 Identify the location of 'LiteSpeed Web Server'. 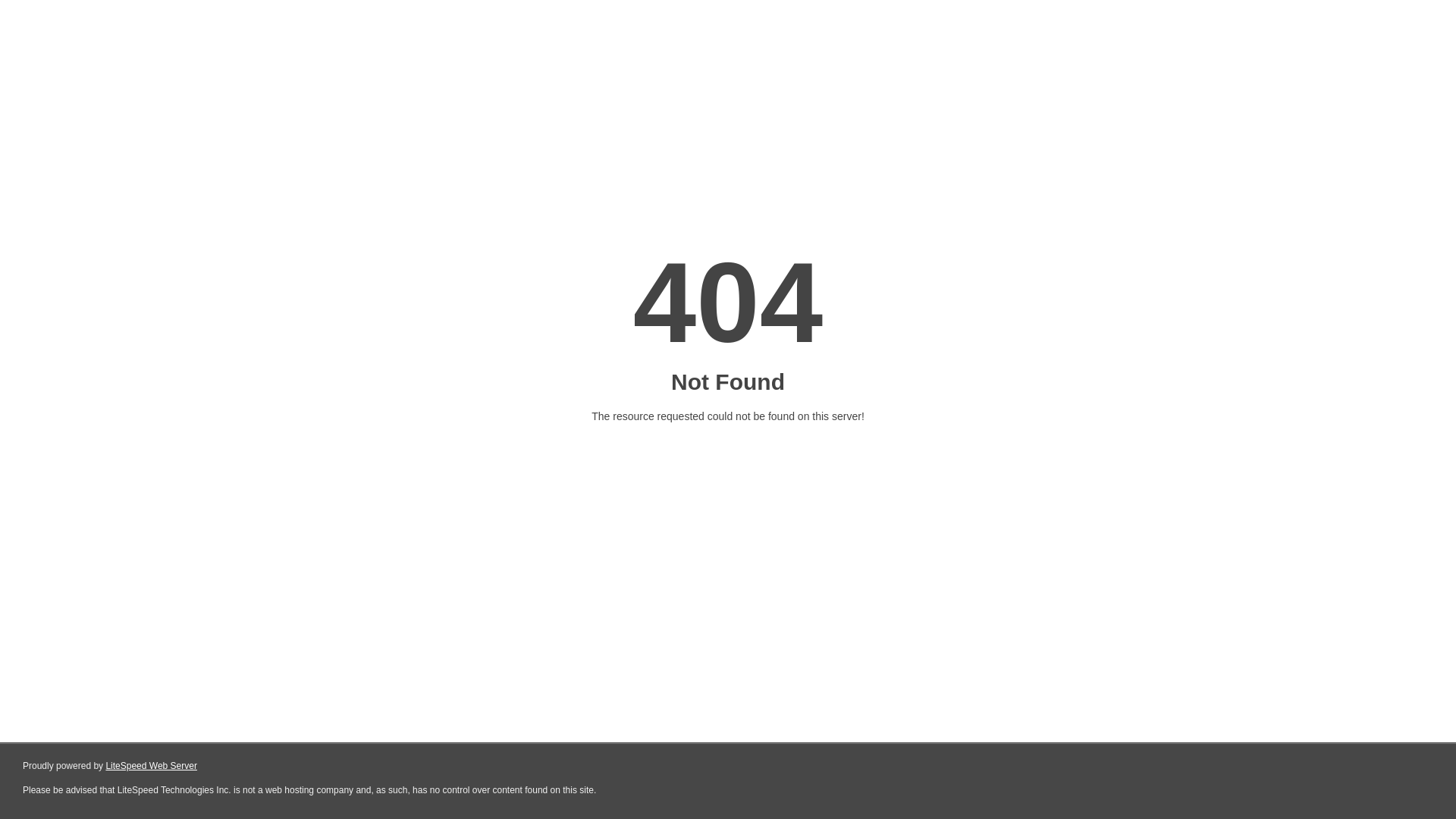
(151, 766).